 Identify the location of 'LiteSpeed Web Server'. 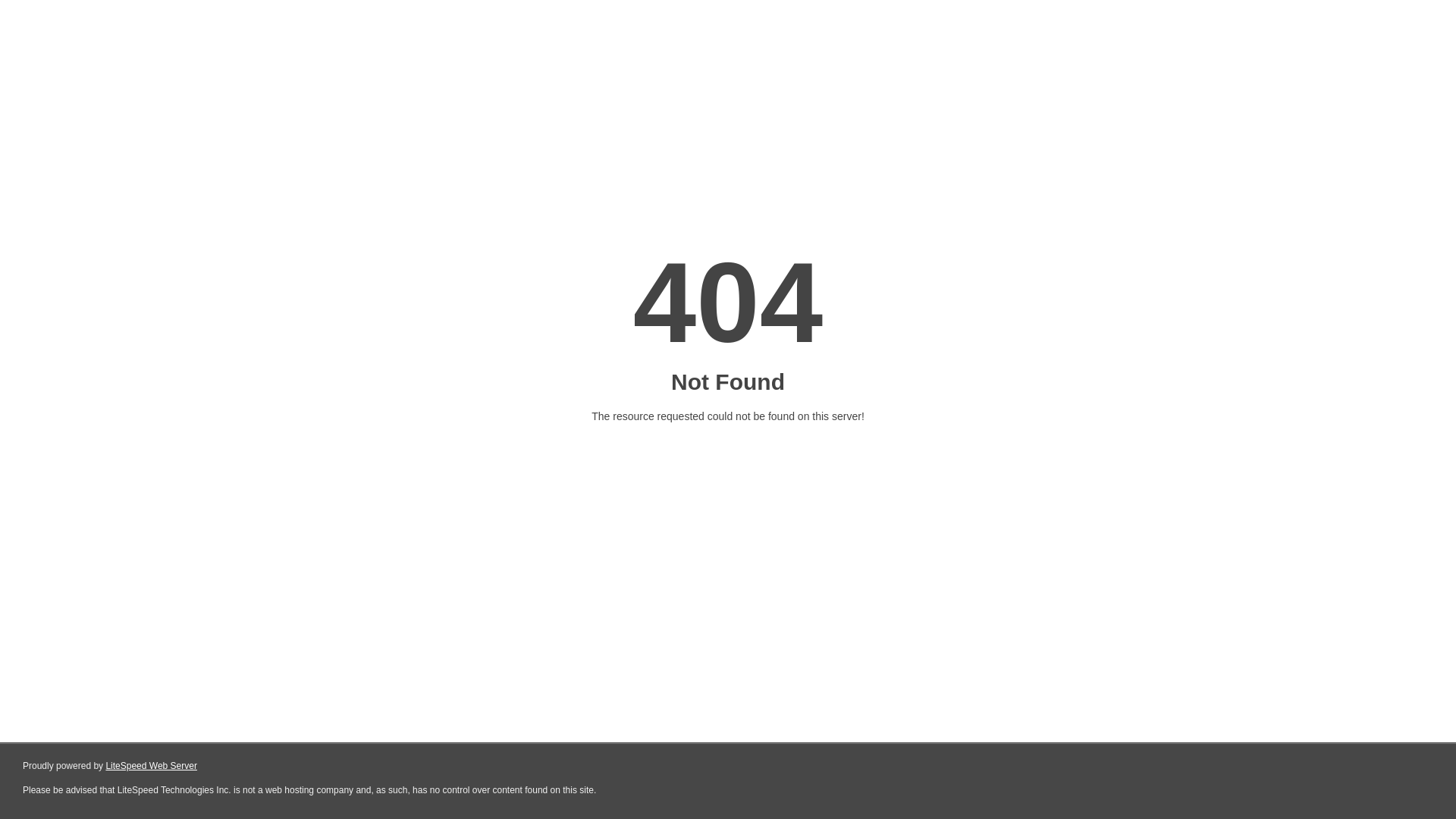
(151, 766).